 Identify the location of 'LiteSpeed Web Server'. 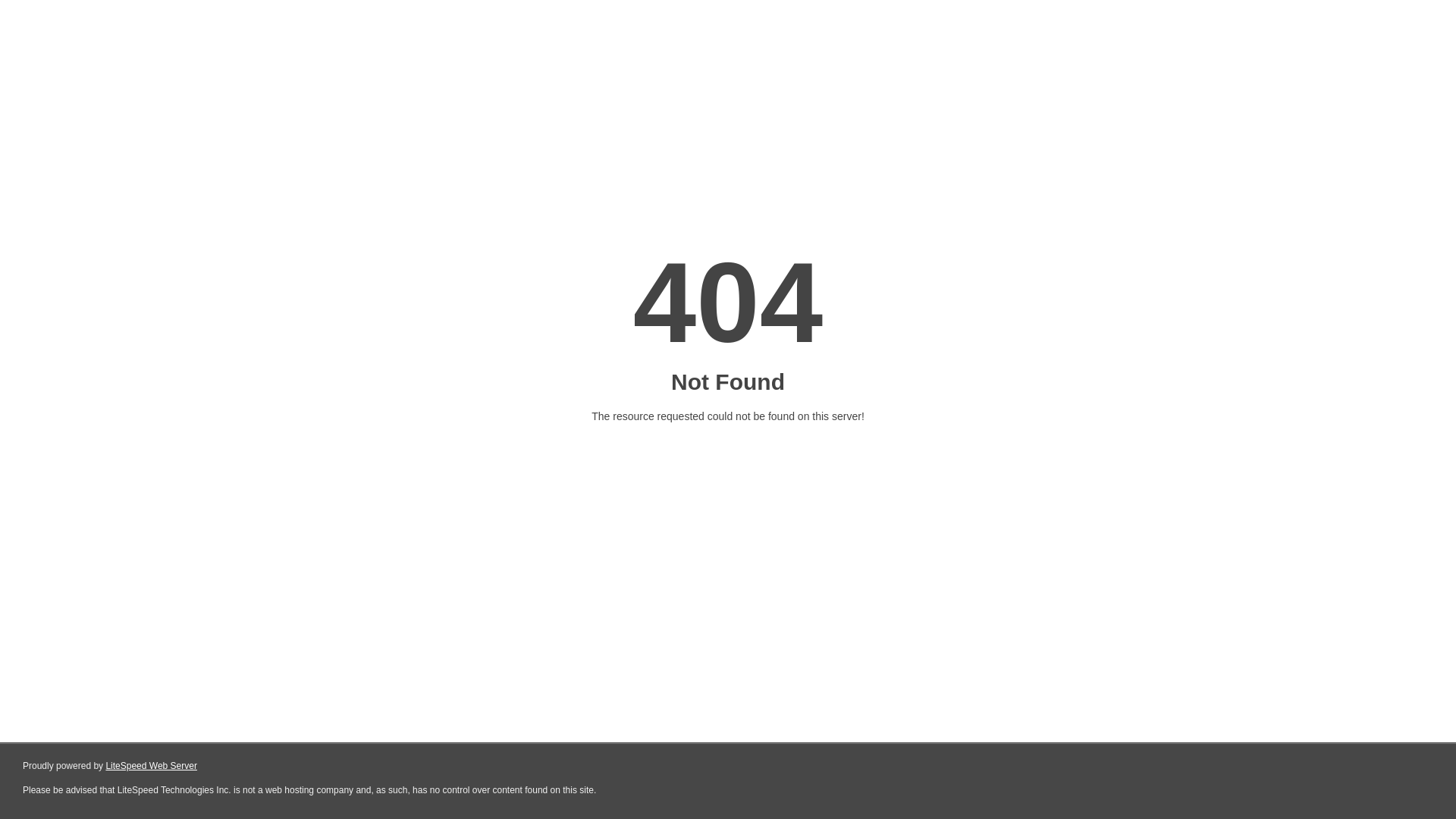
(151, 766).